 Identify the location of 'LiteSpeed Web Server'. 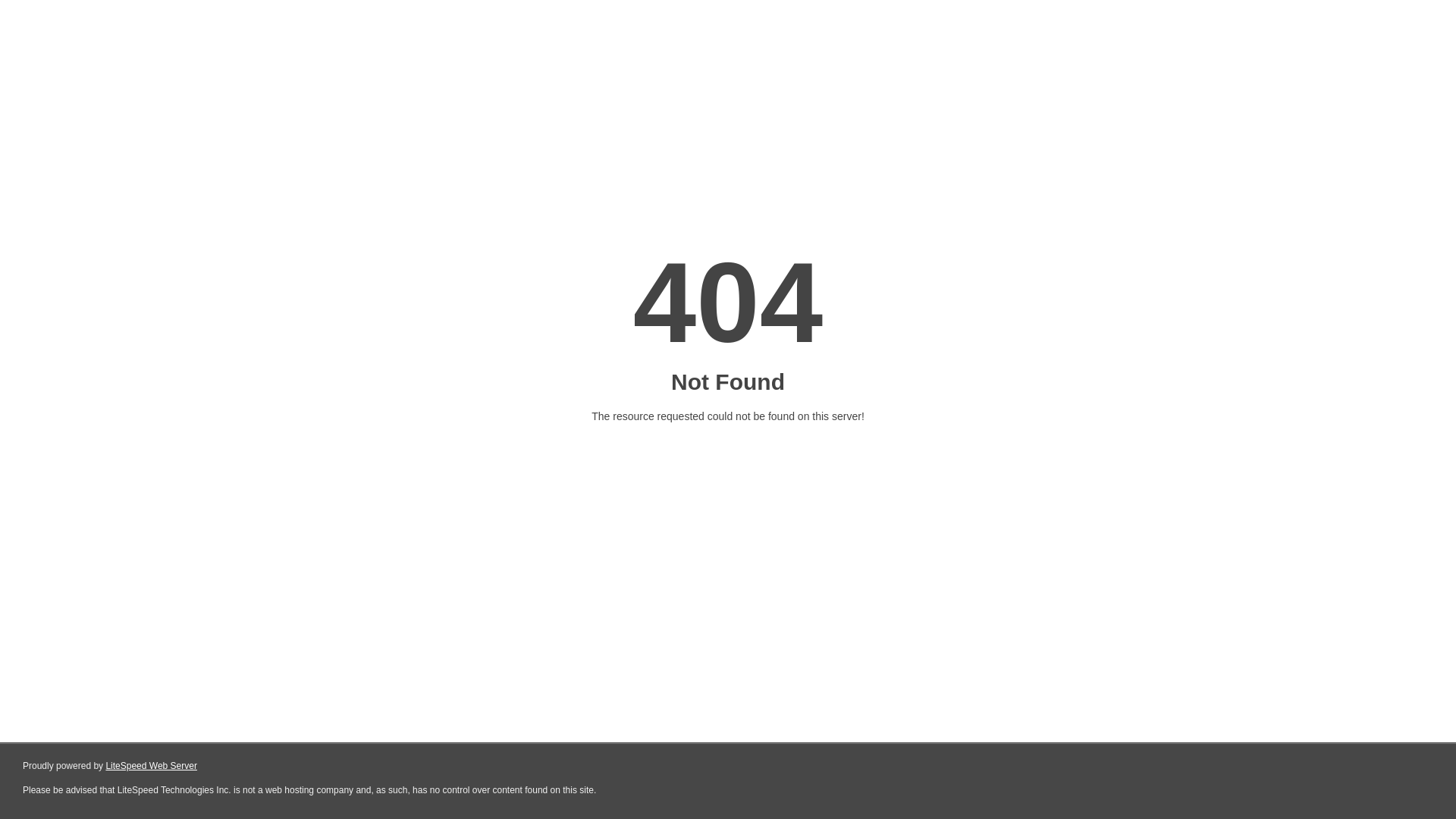
(151, 766).